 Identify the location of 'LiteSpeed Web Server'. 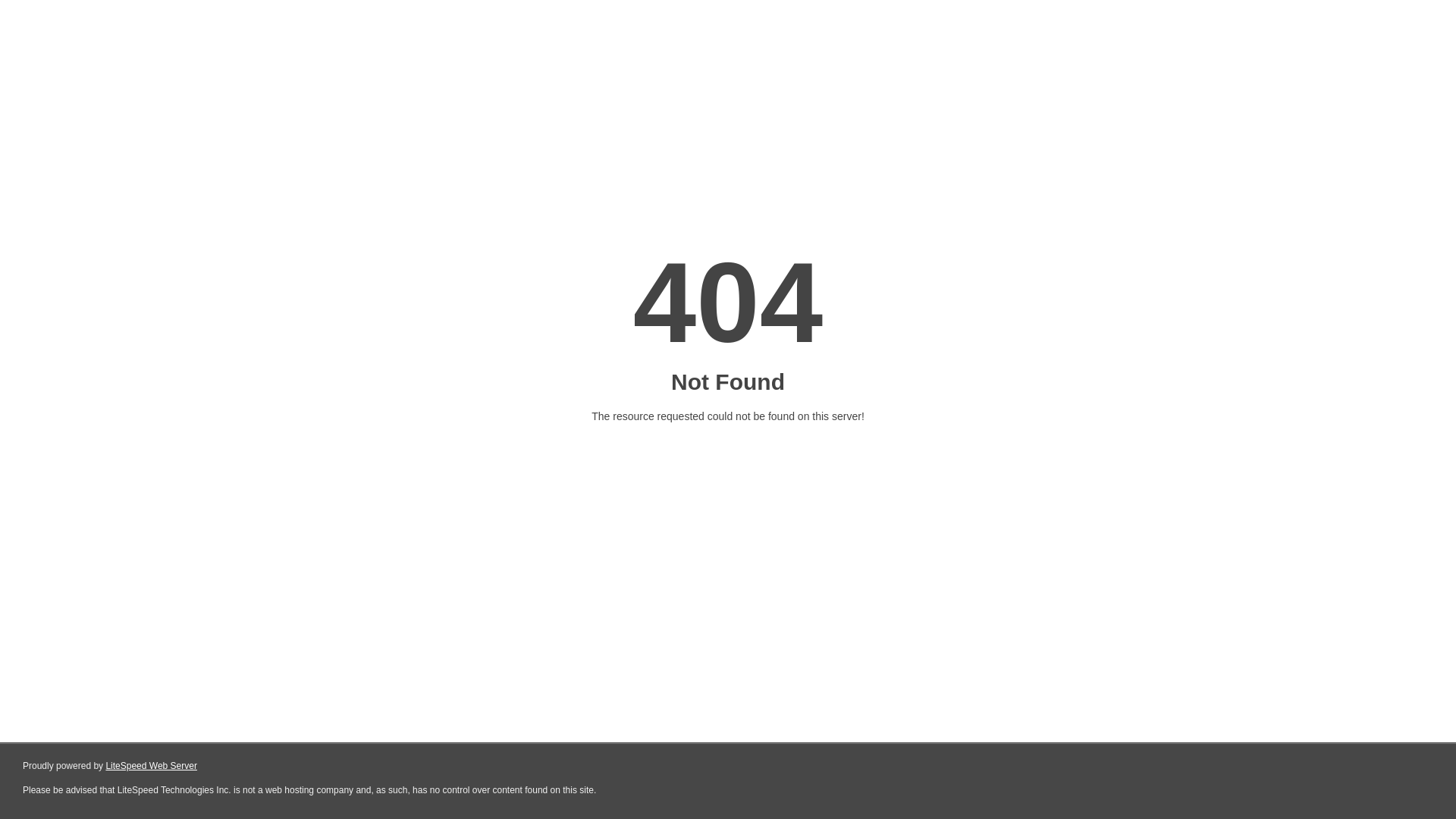
(151, 766).